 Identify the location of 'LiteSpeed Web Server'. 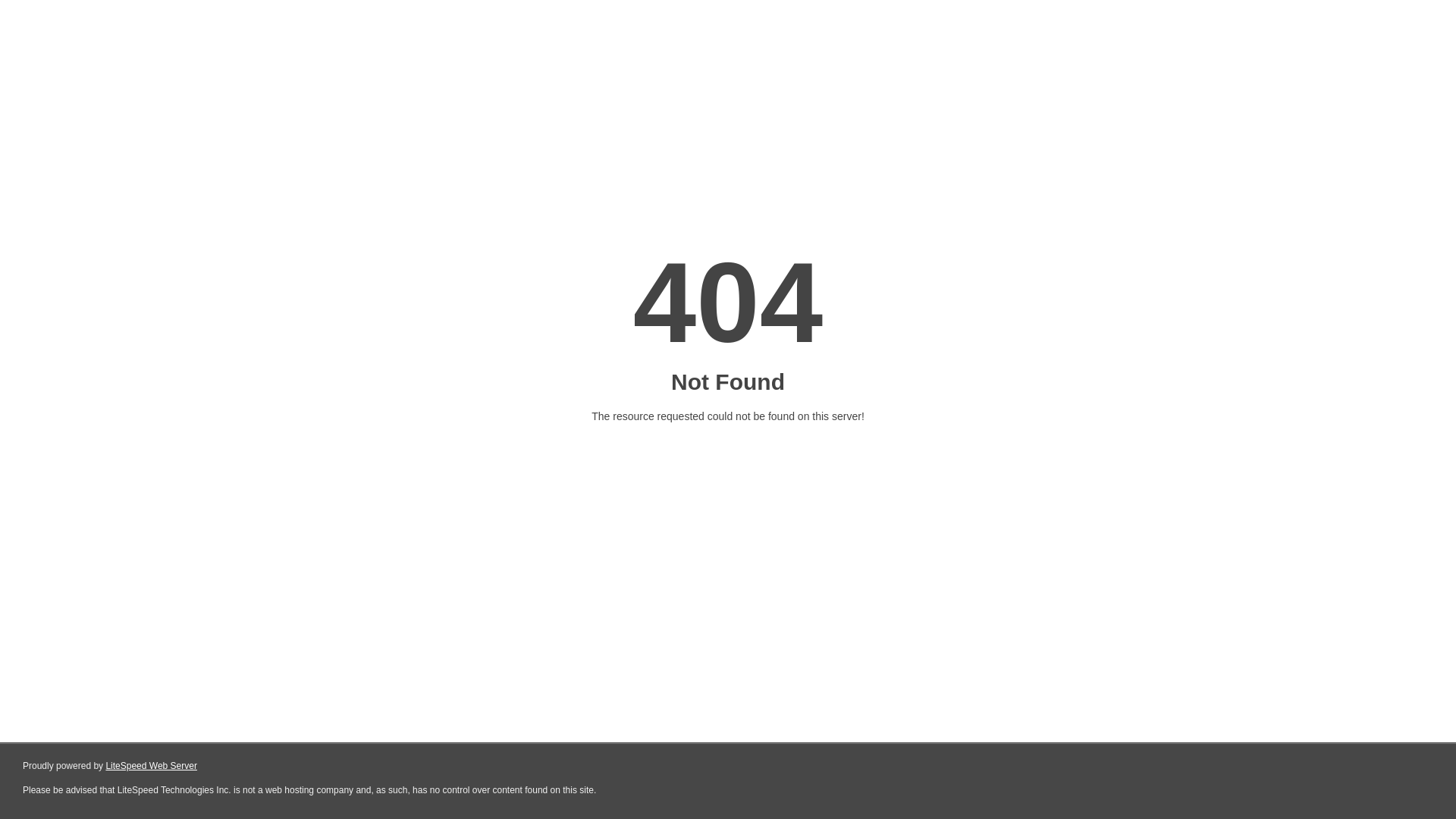
(151, 766).